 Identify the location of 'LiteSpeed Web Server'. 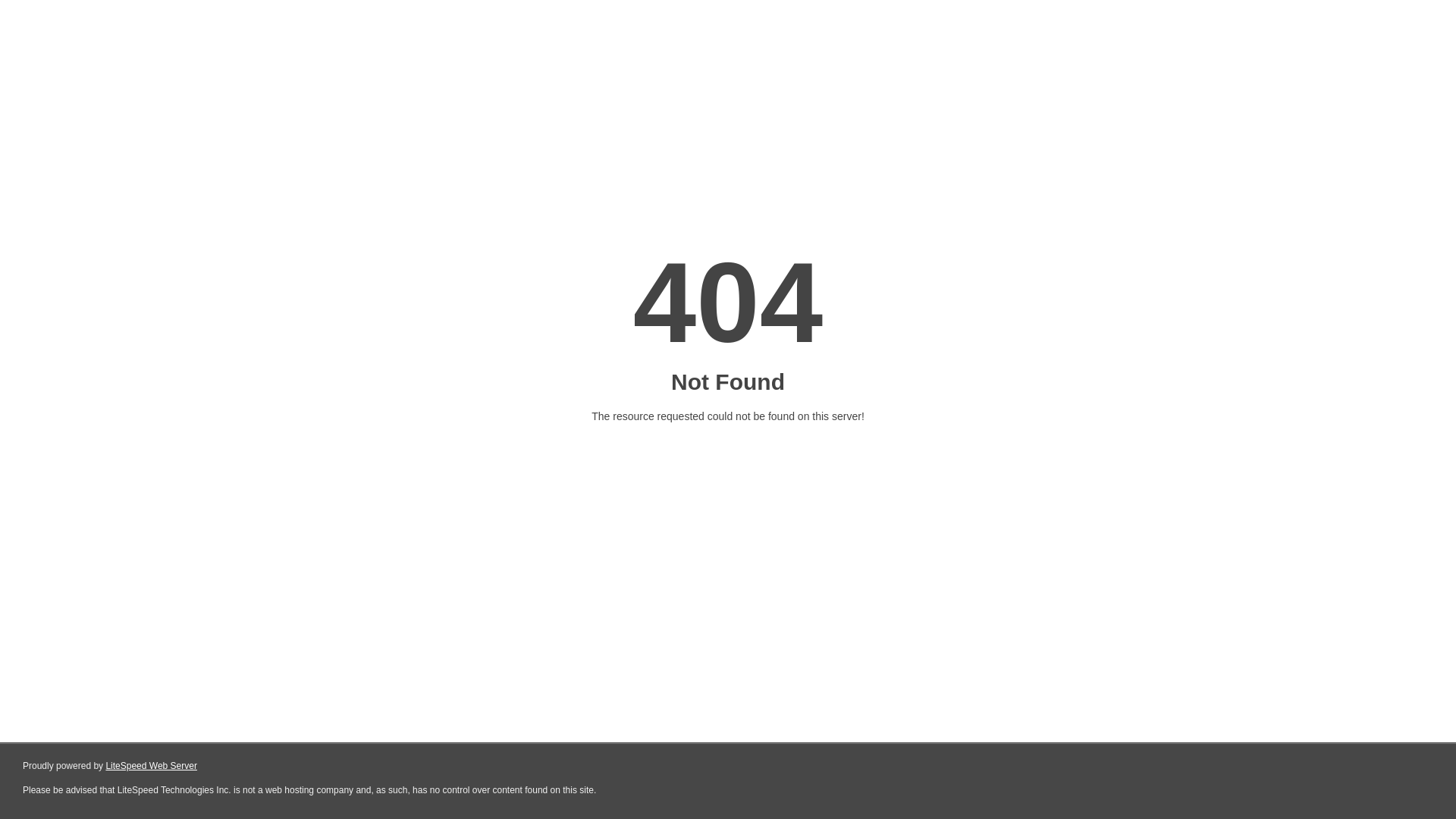
(151, 766).